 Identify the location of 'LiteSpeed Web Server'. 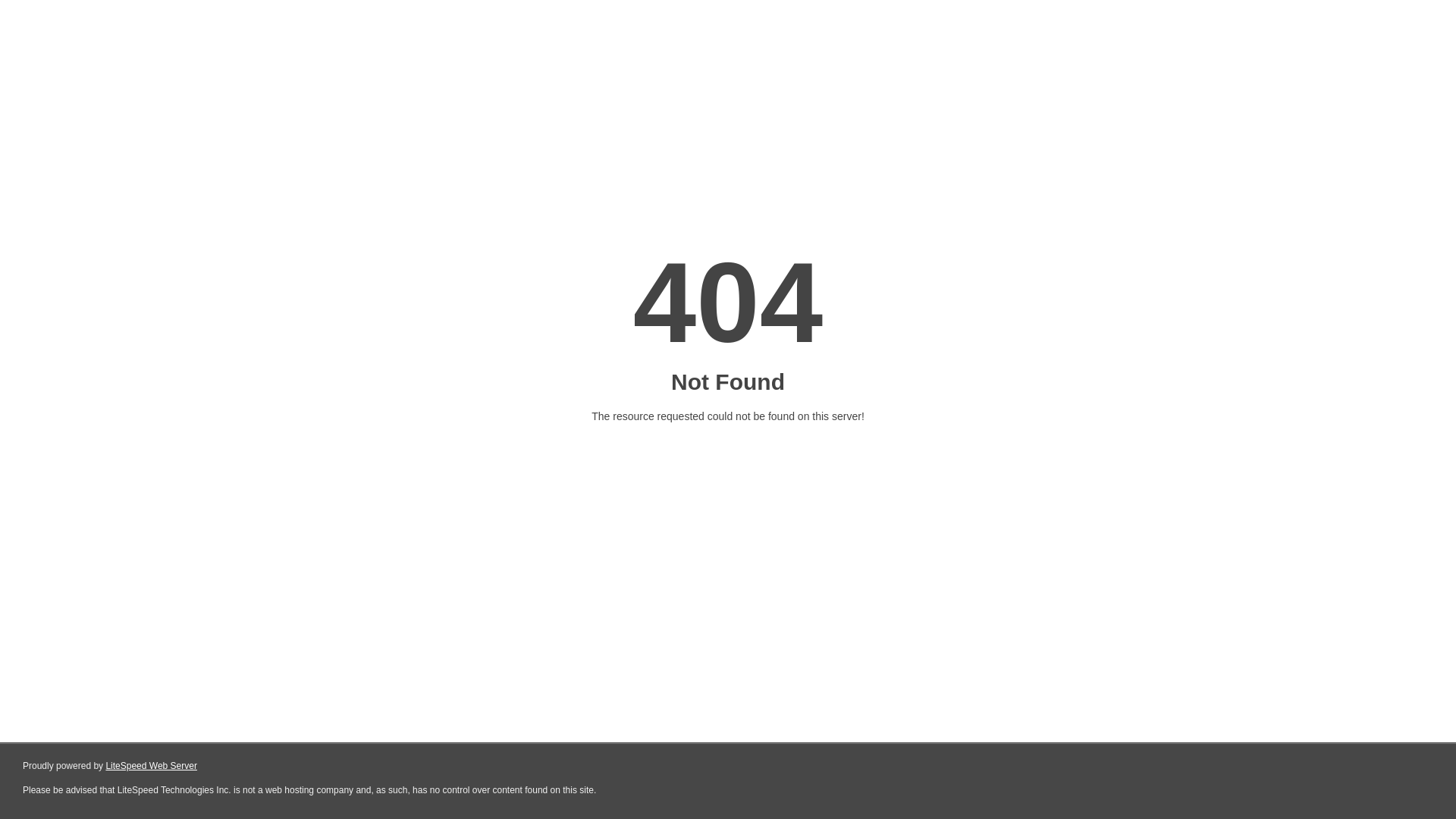
(151, 766).